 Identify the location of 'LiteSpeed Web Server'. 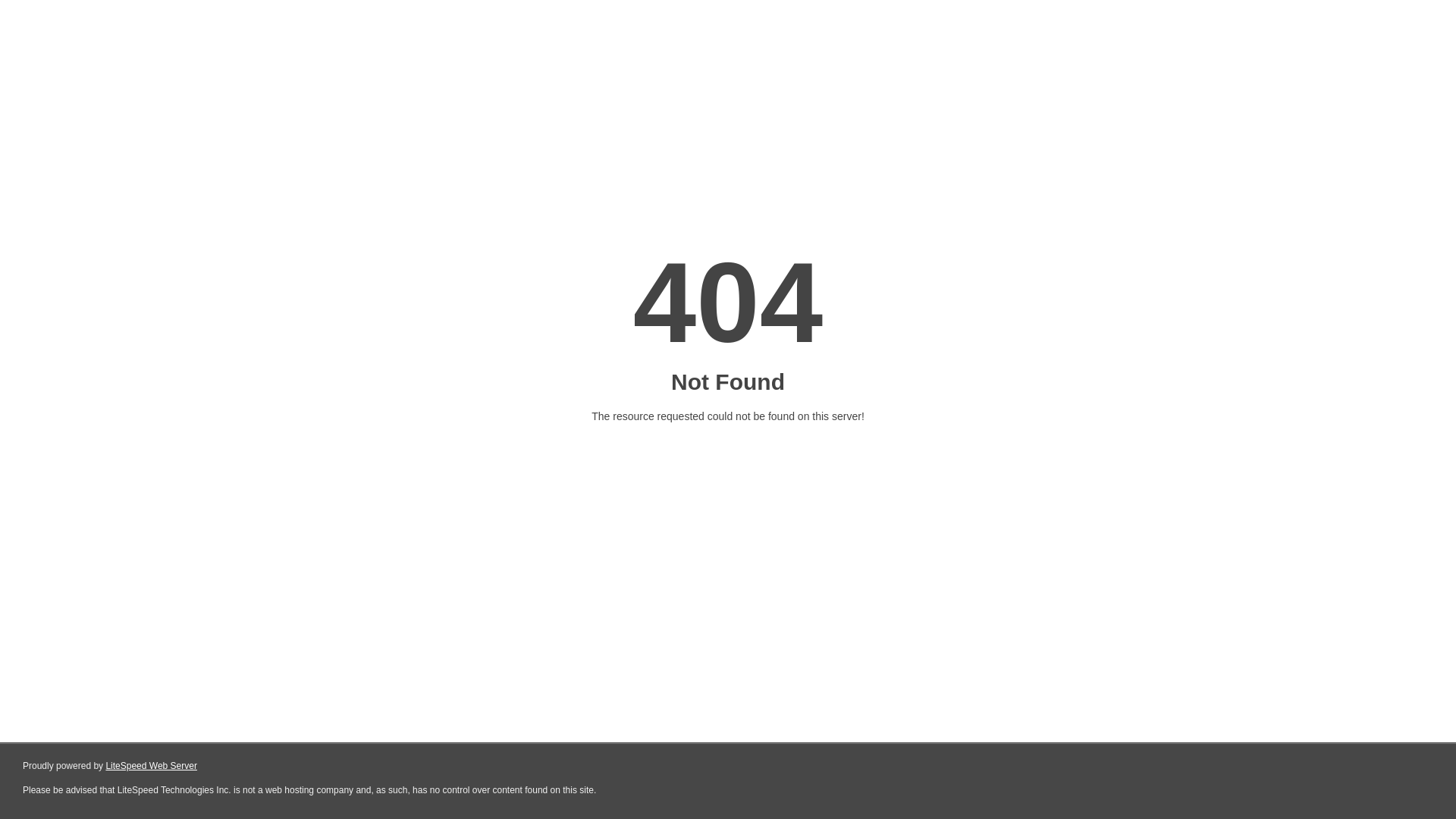
(151, 766).